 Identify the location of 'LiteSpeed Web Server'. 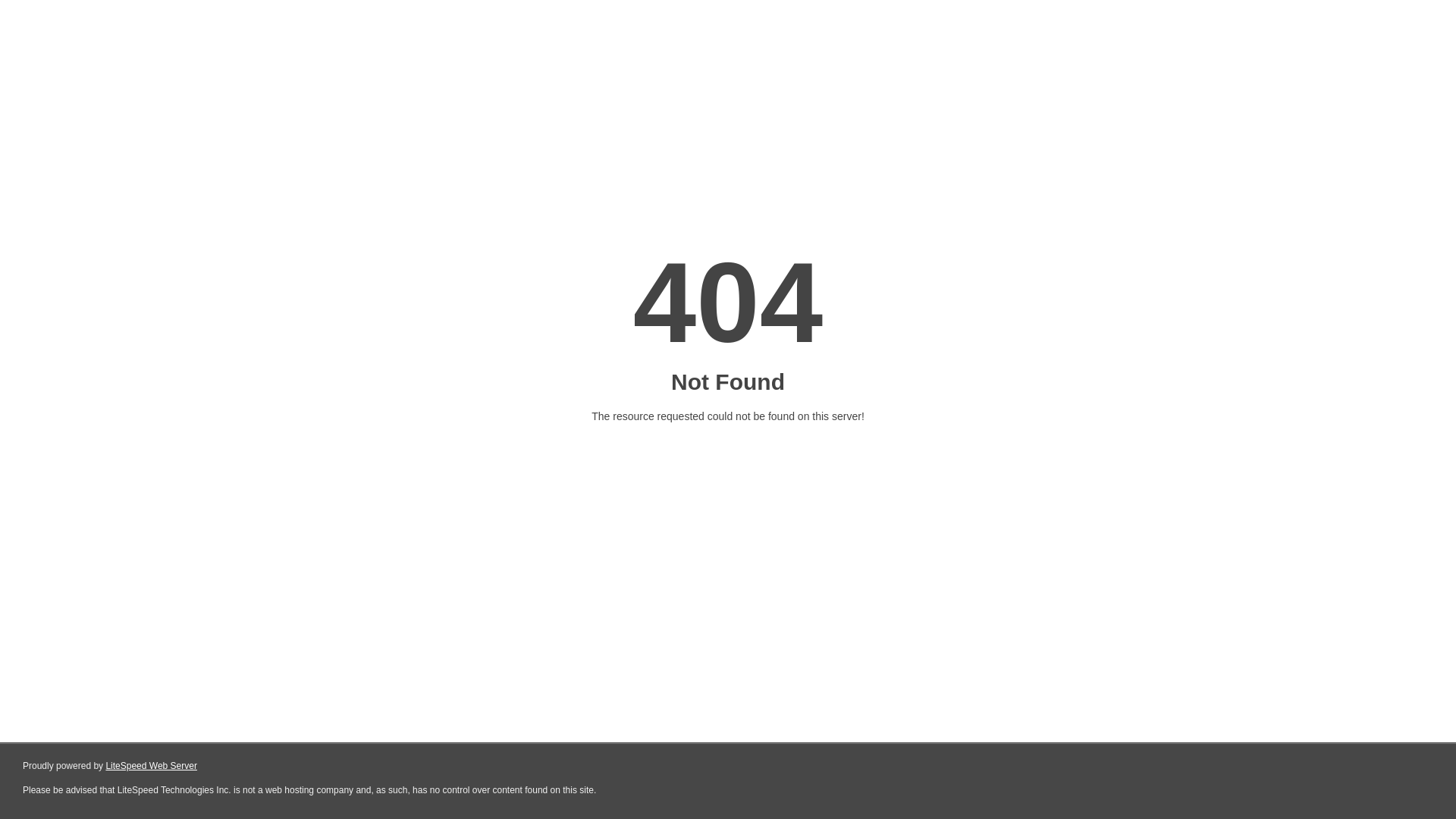
(151, 766).